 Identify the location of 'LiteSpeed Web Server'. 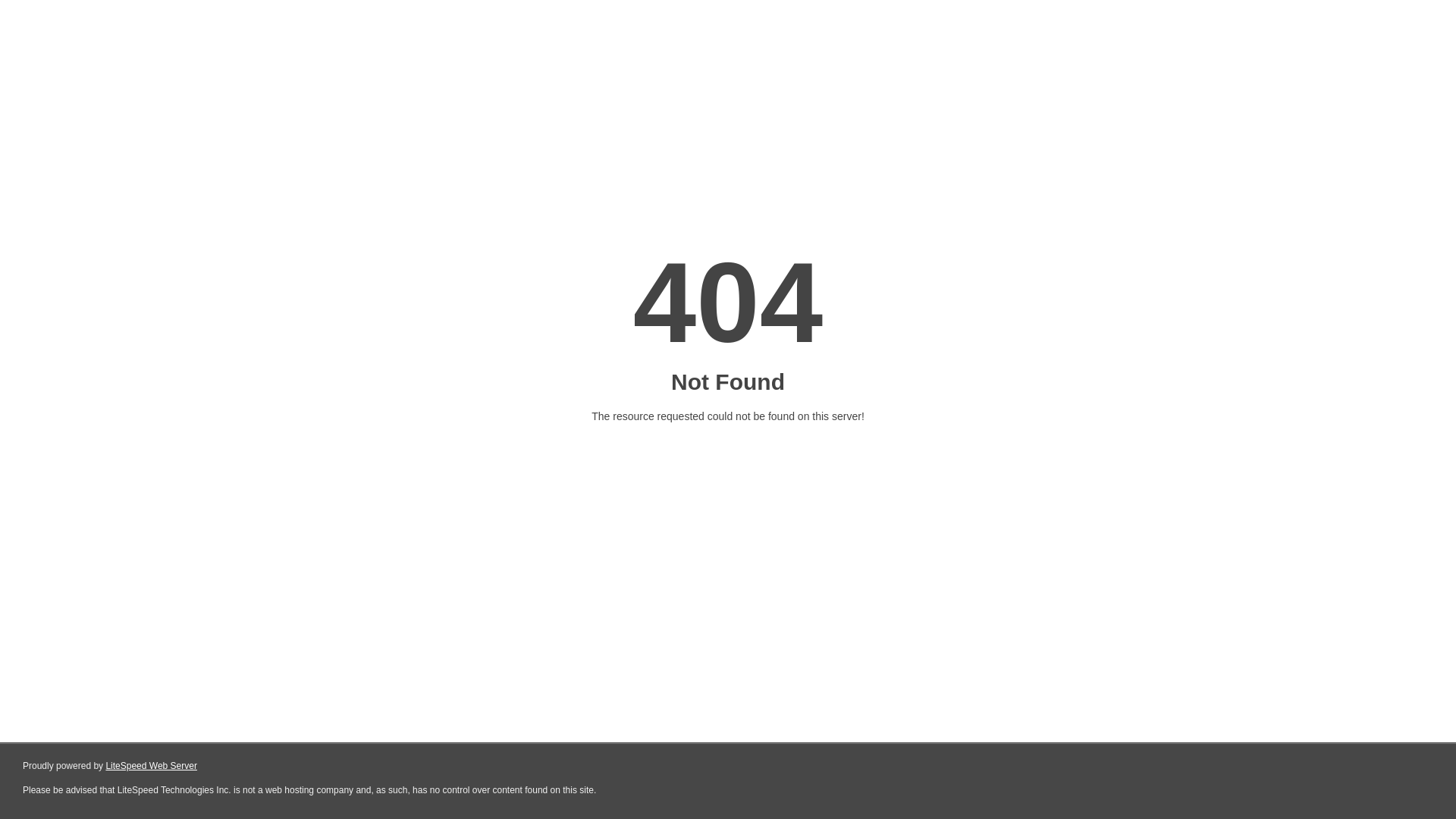
(151, 766).